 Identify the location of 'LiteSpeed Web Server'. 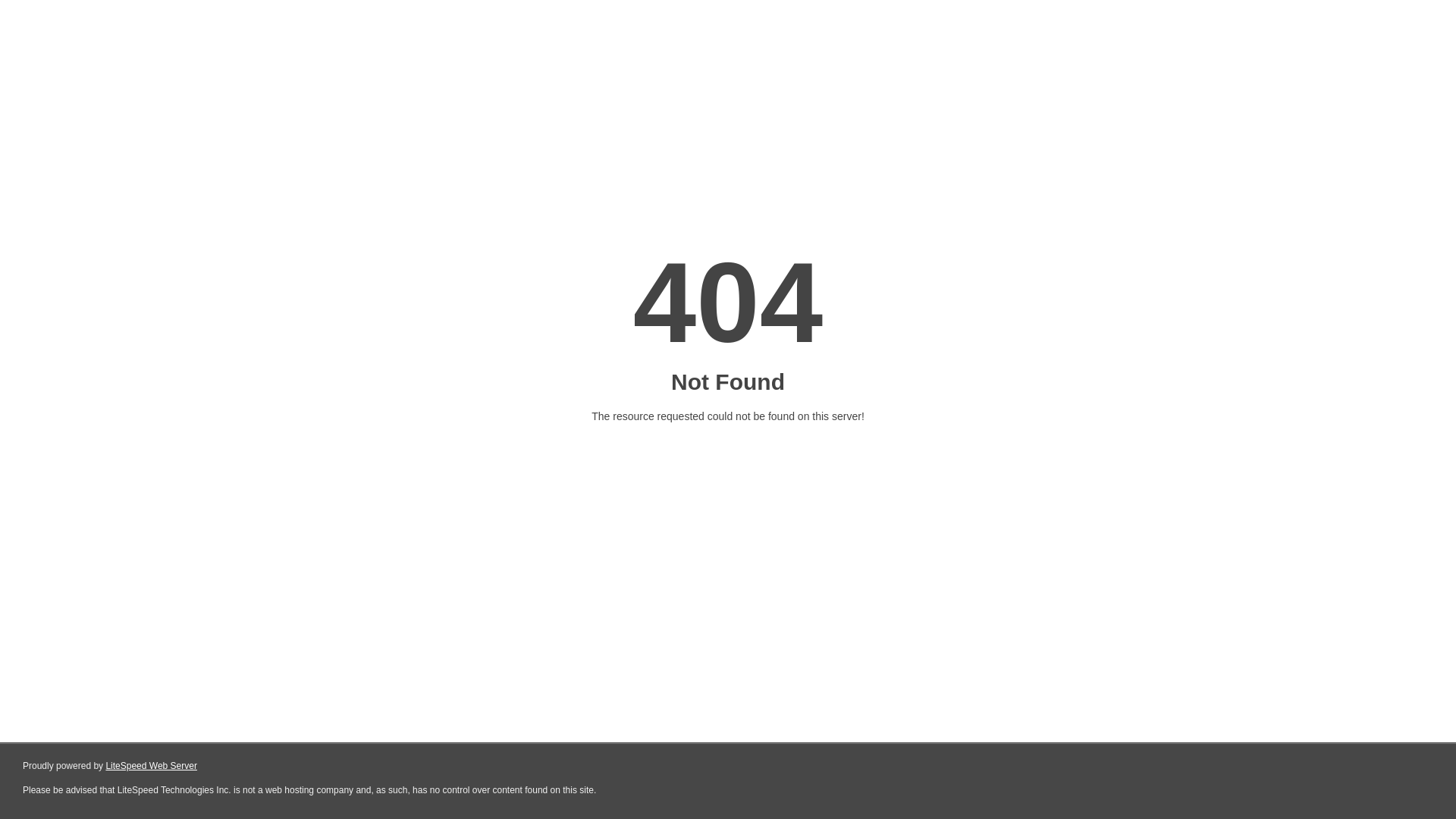
(151, 766).